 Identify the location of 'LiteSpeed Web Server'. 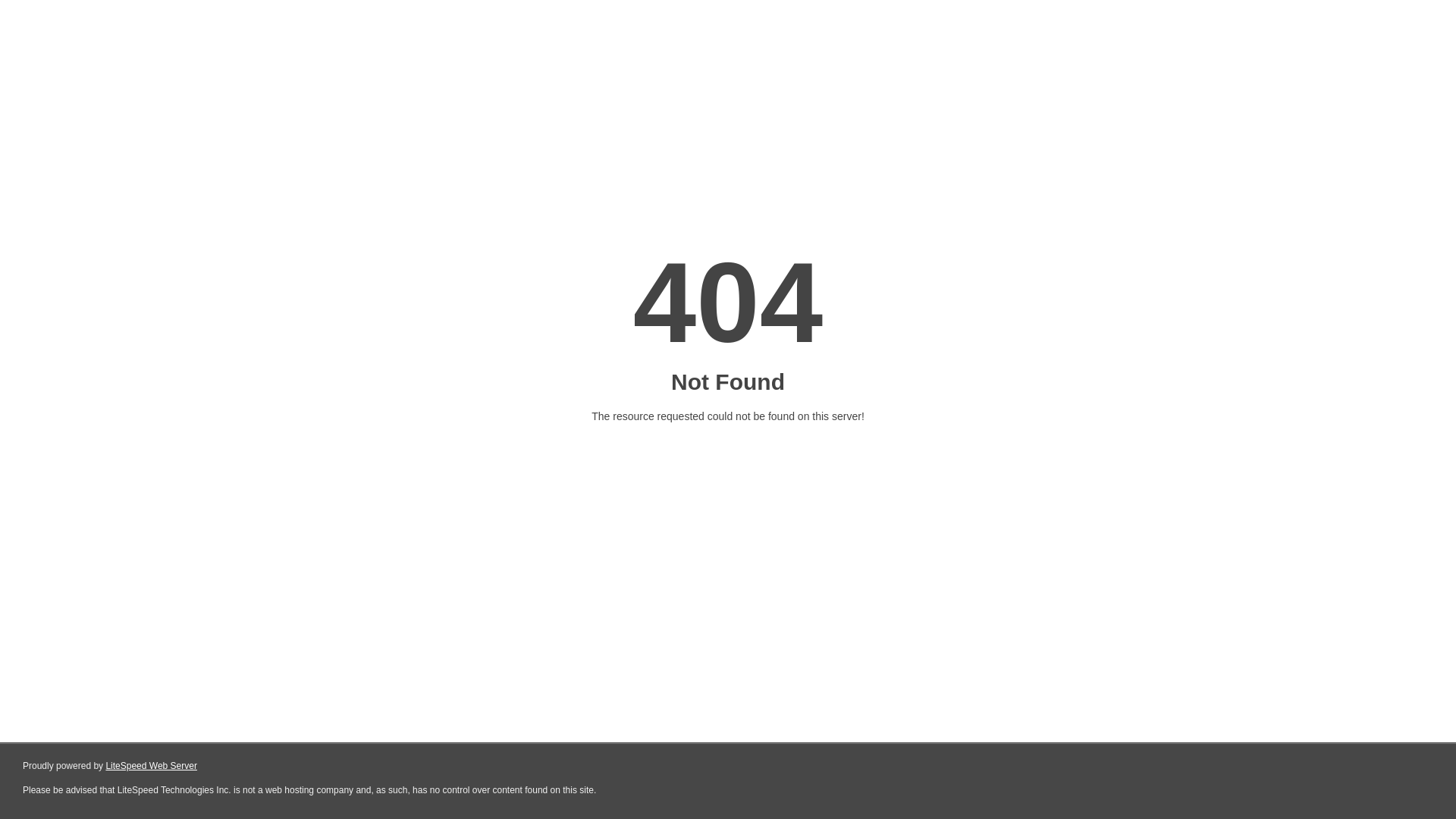
(151, 766).